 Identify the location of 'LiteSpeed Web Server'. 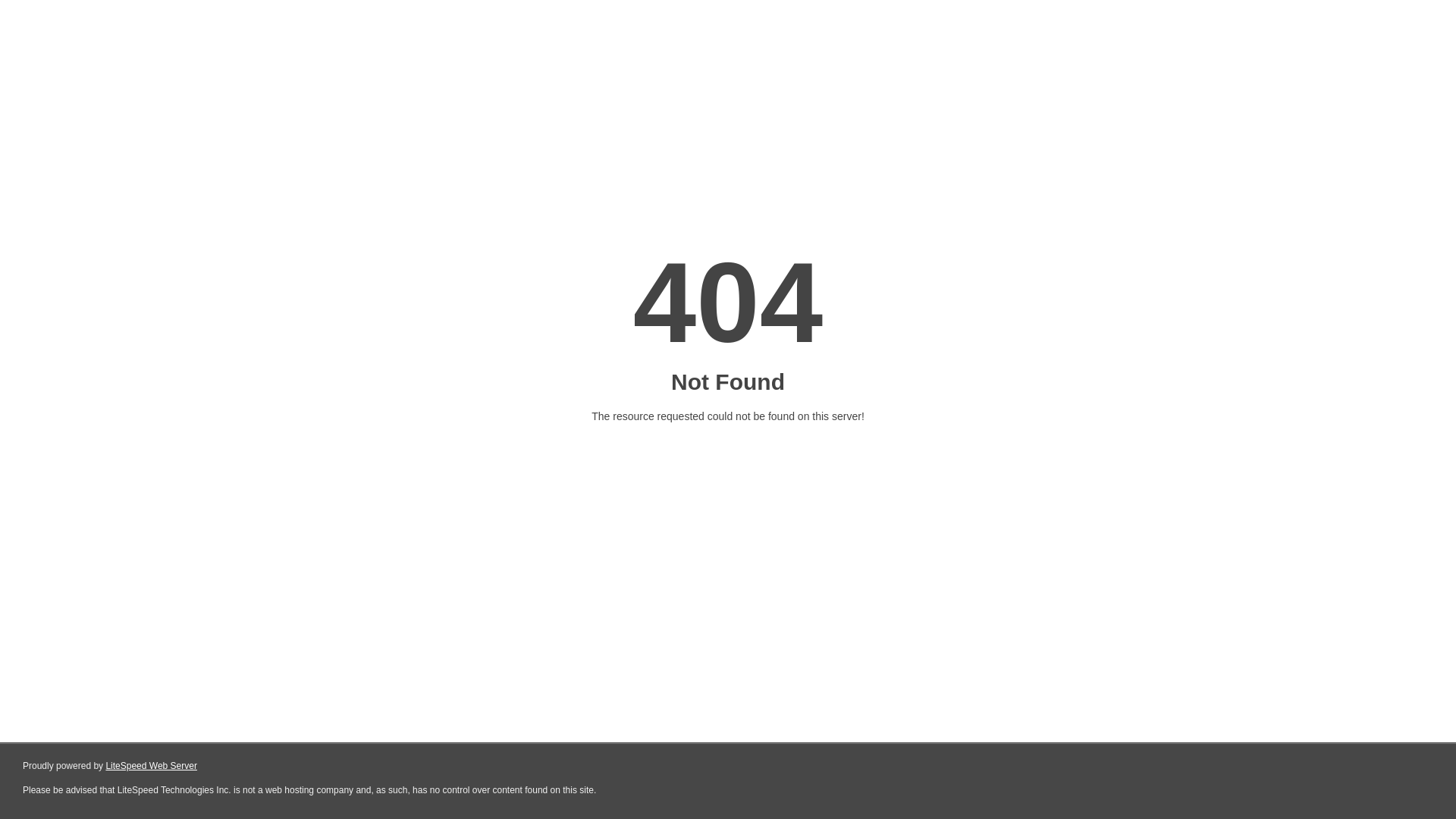
(151, 766).